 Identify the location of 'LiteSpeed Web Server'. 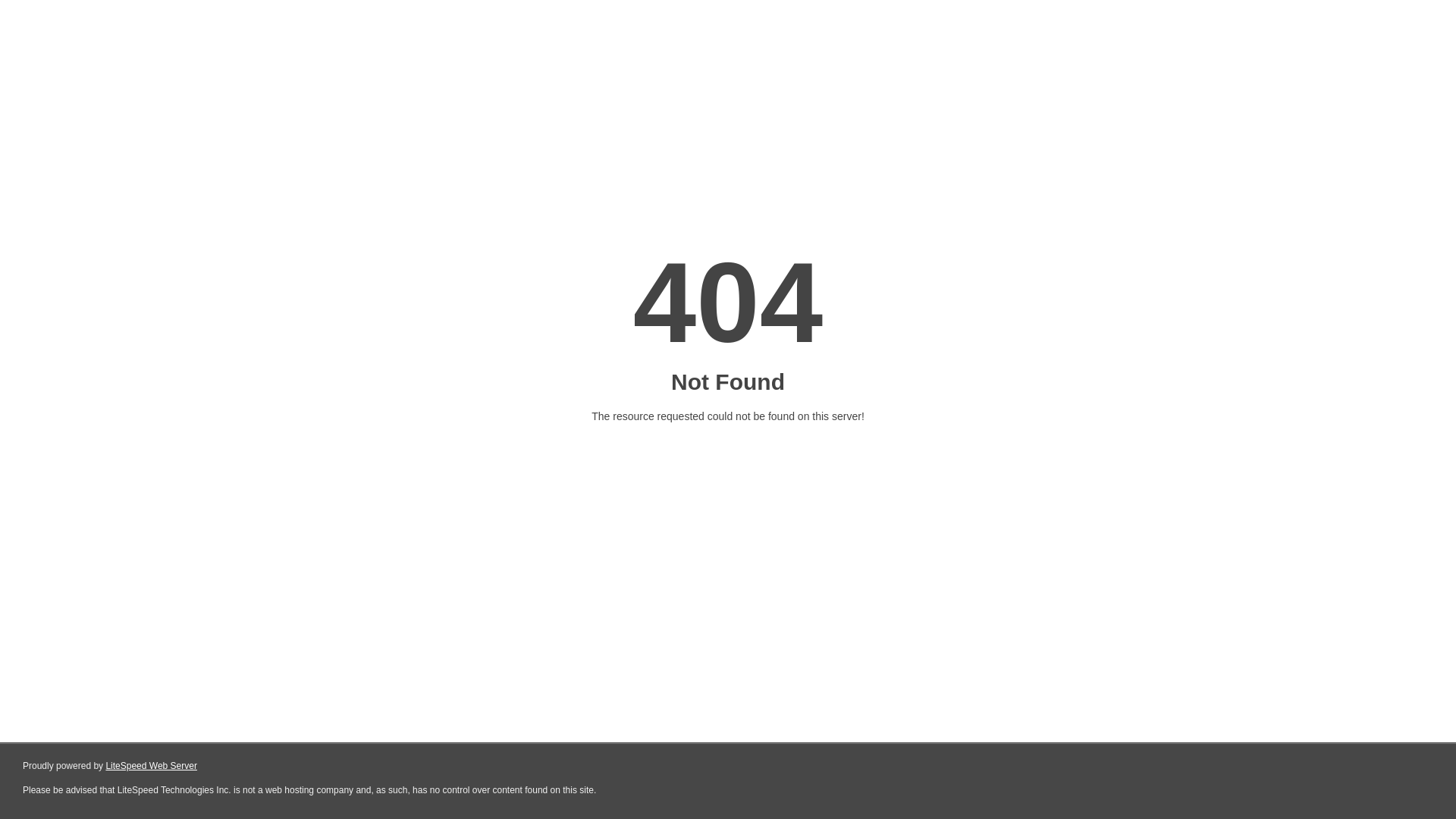
(151, 766).